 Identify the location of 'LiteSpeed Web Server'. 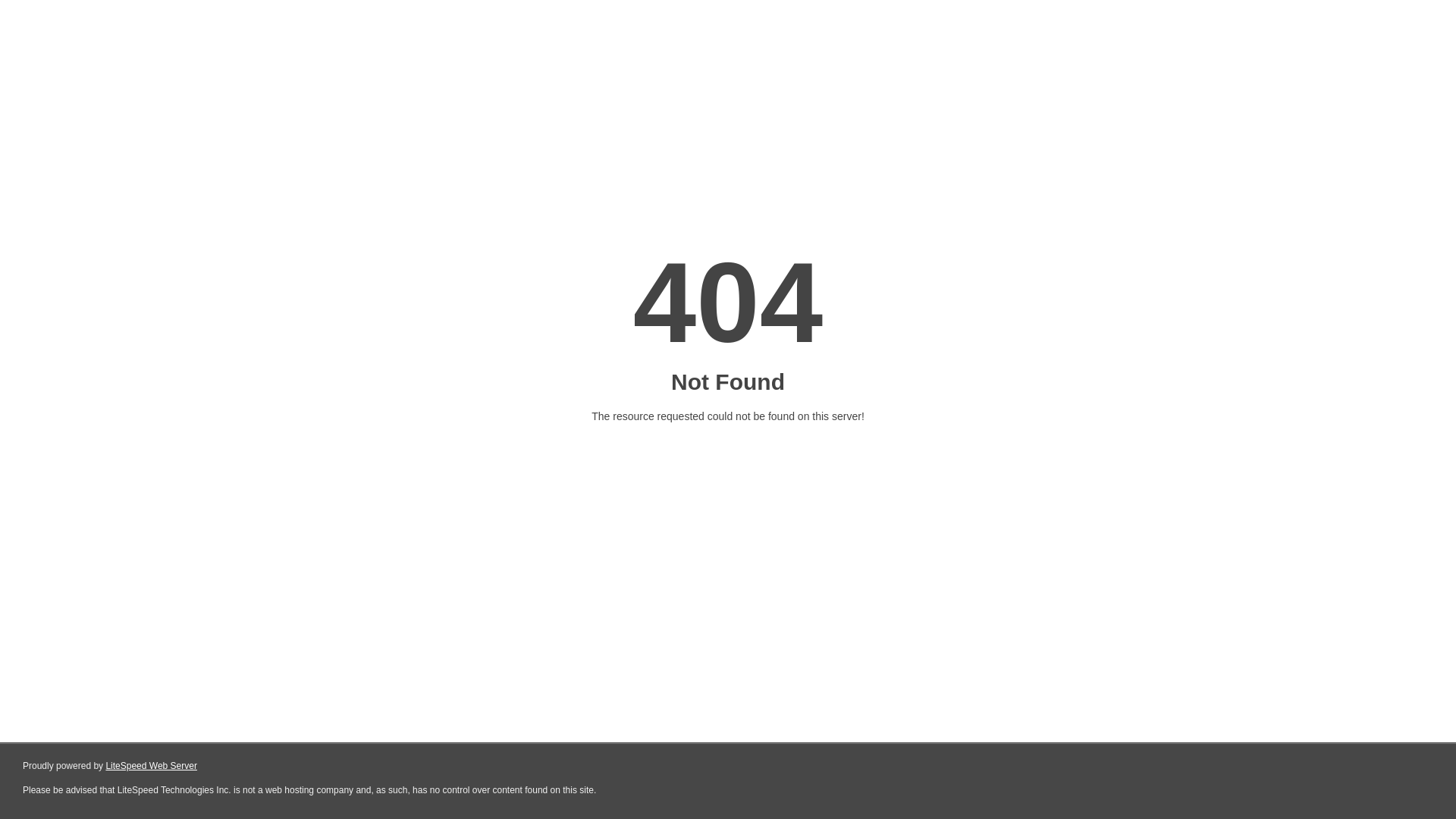
(151, 766).